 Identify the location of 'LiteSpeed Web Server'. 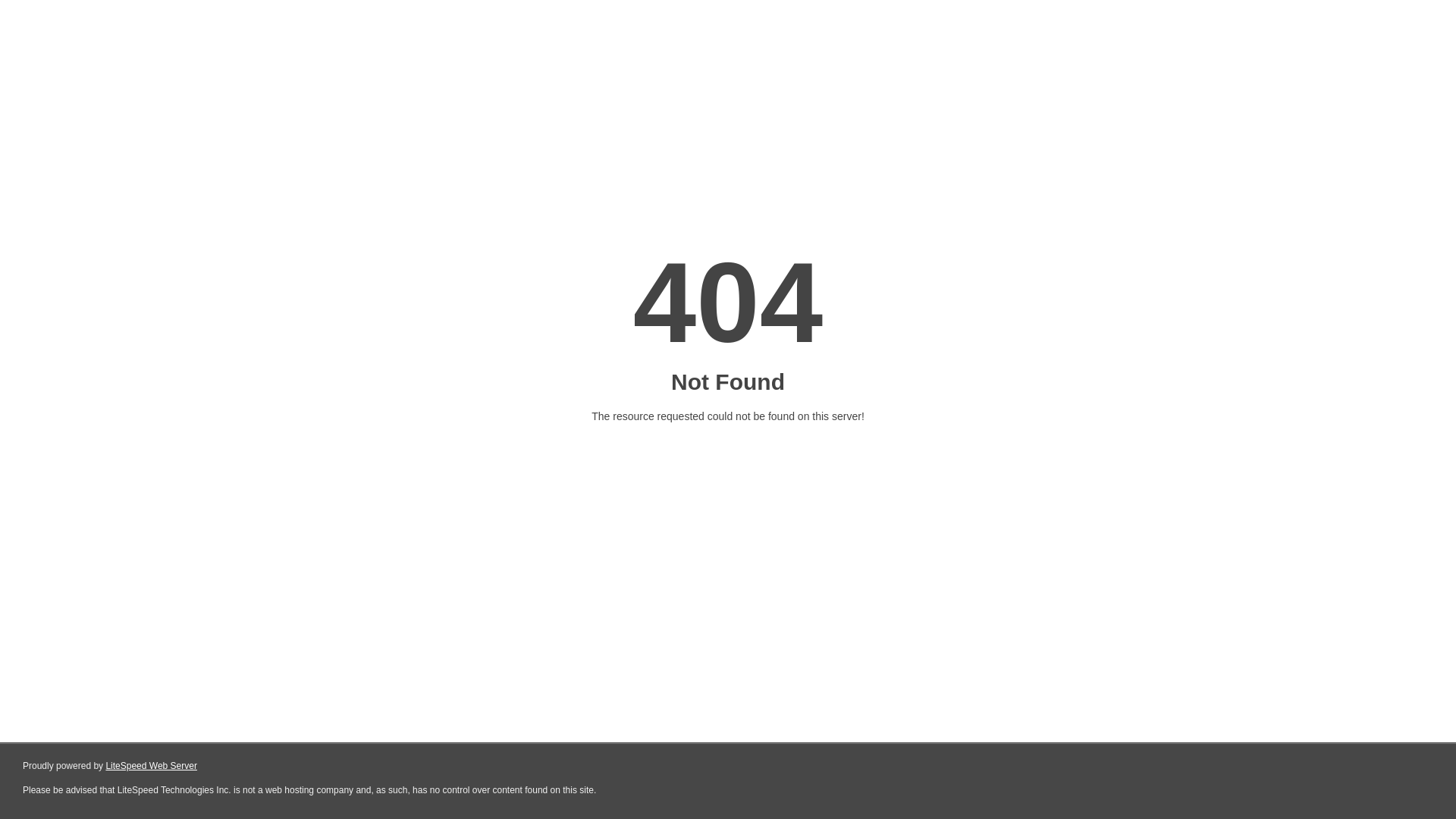
(151, 766).